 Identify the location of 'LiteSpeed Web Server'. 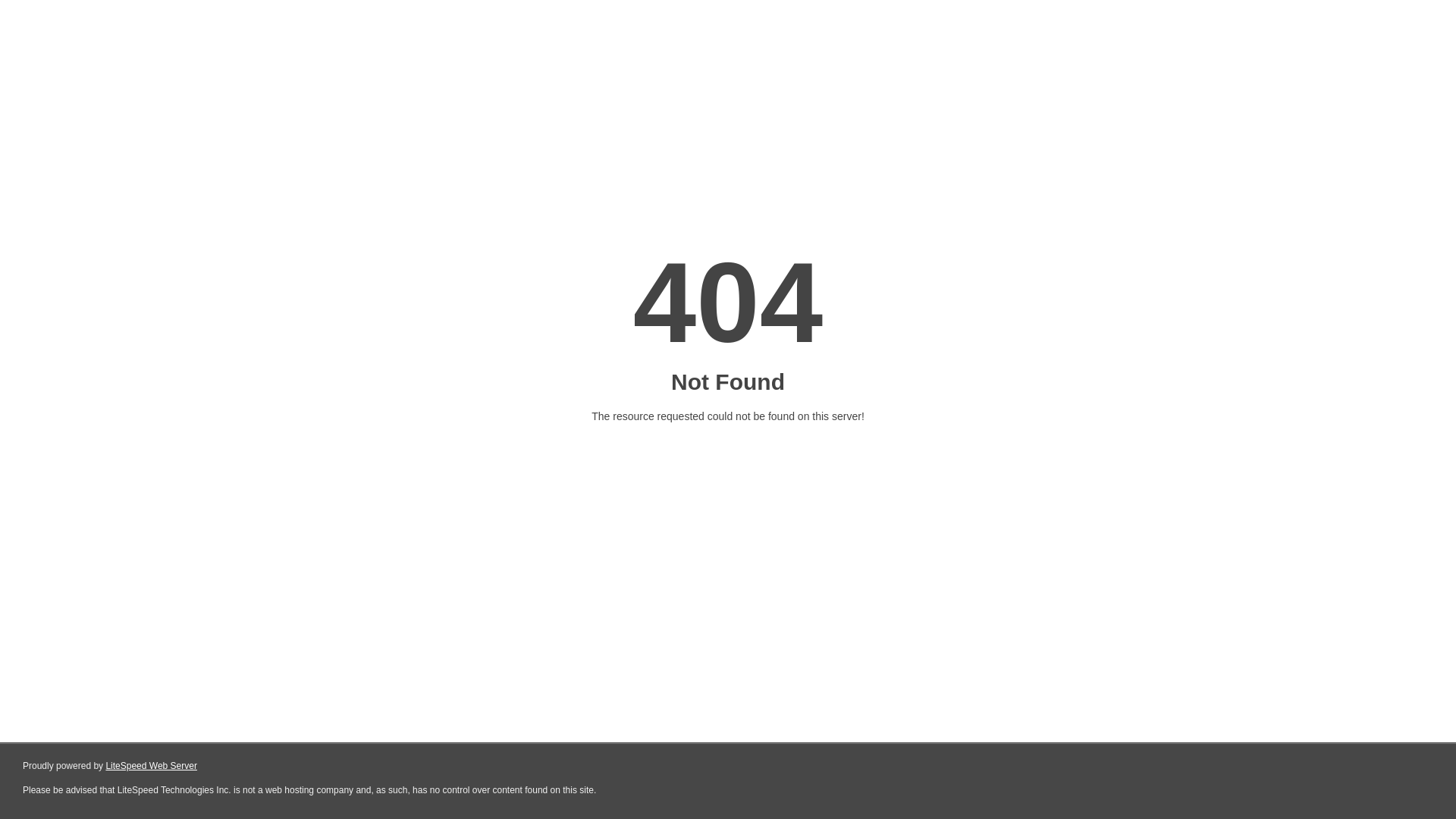
(151, 766).